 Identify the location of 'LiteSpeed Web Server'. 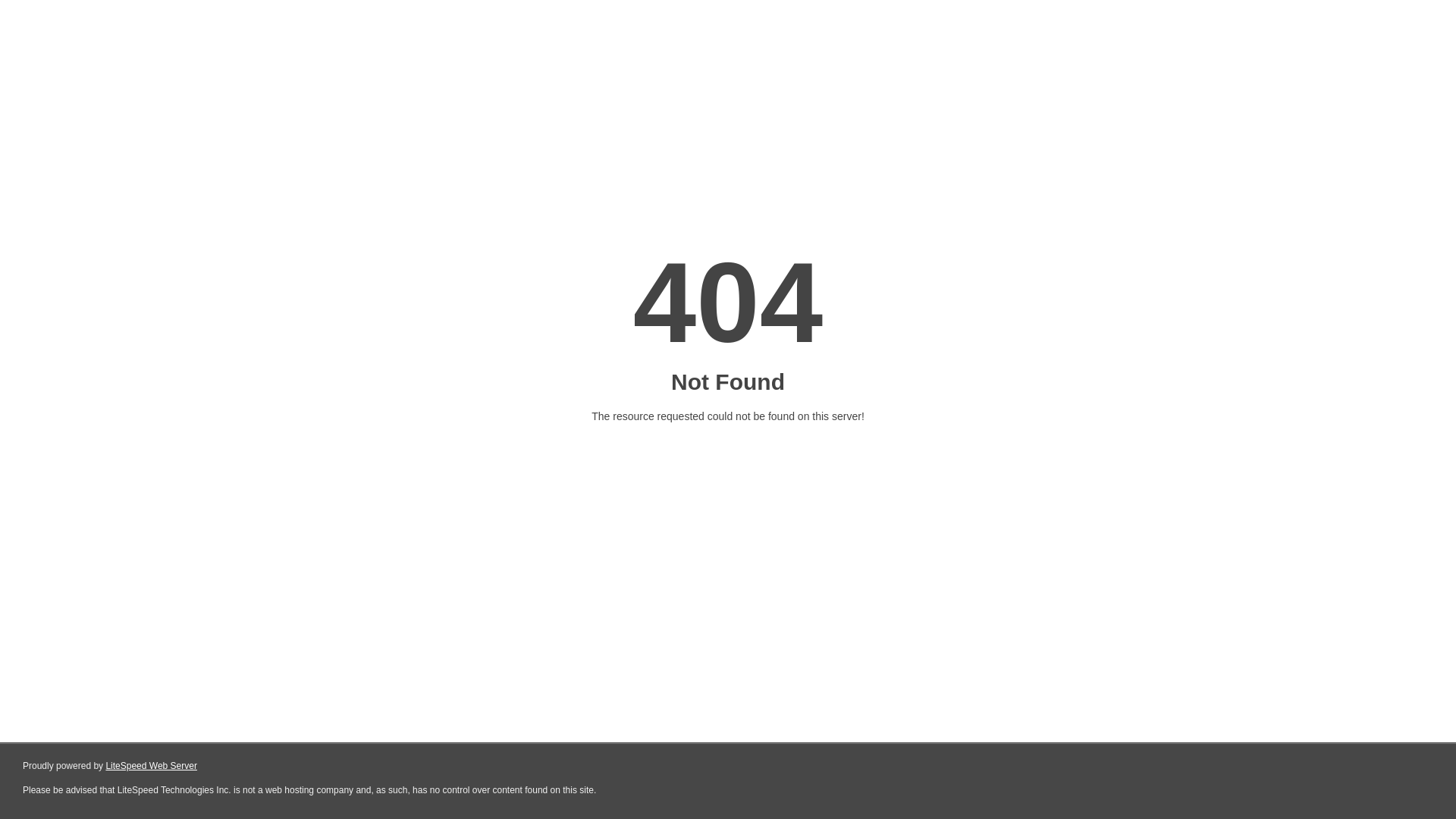
(151, 766).